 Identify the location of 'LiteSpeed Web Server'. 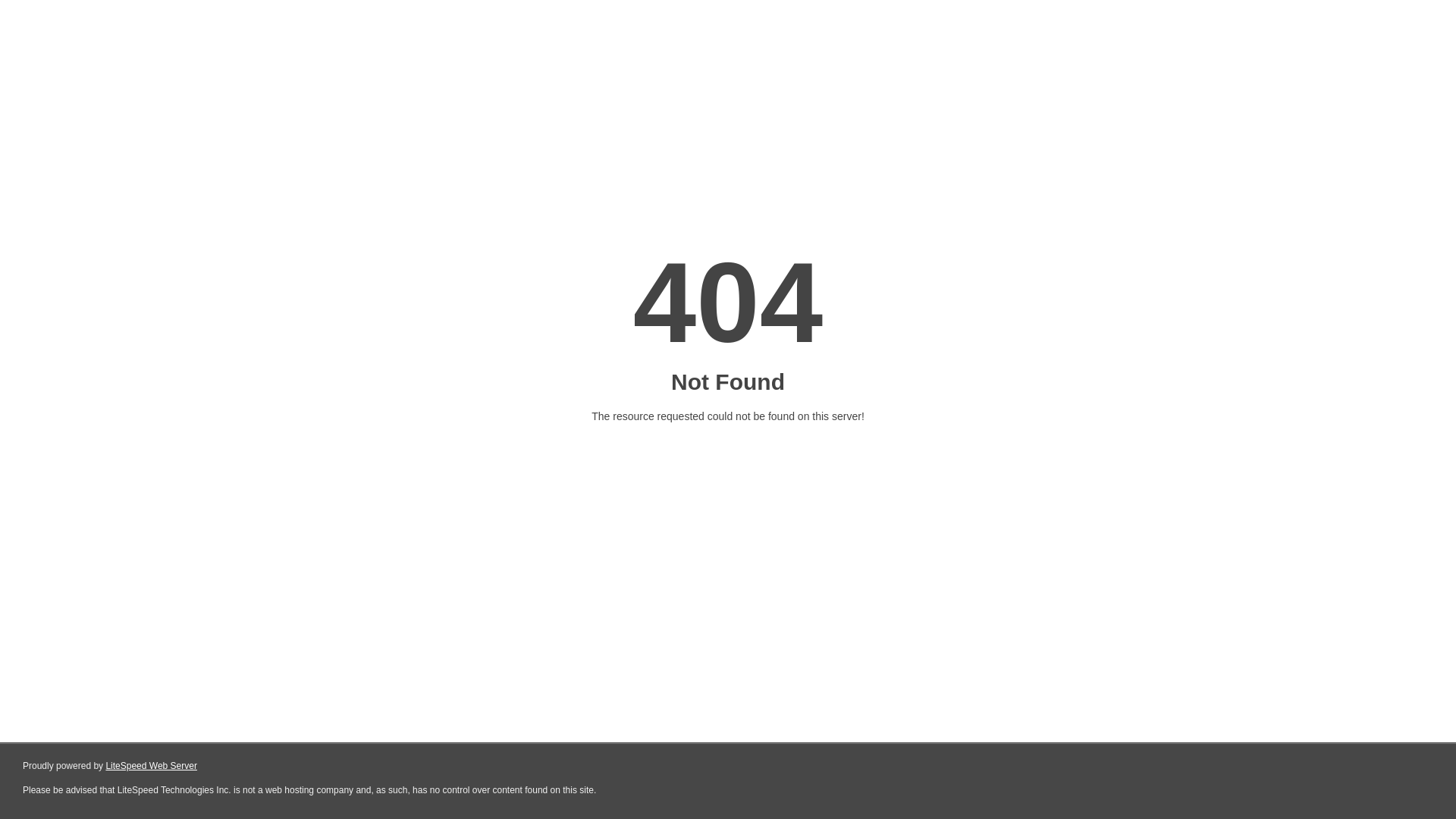
(151, 766).